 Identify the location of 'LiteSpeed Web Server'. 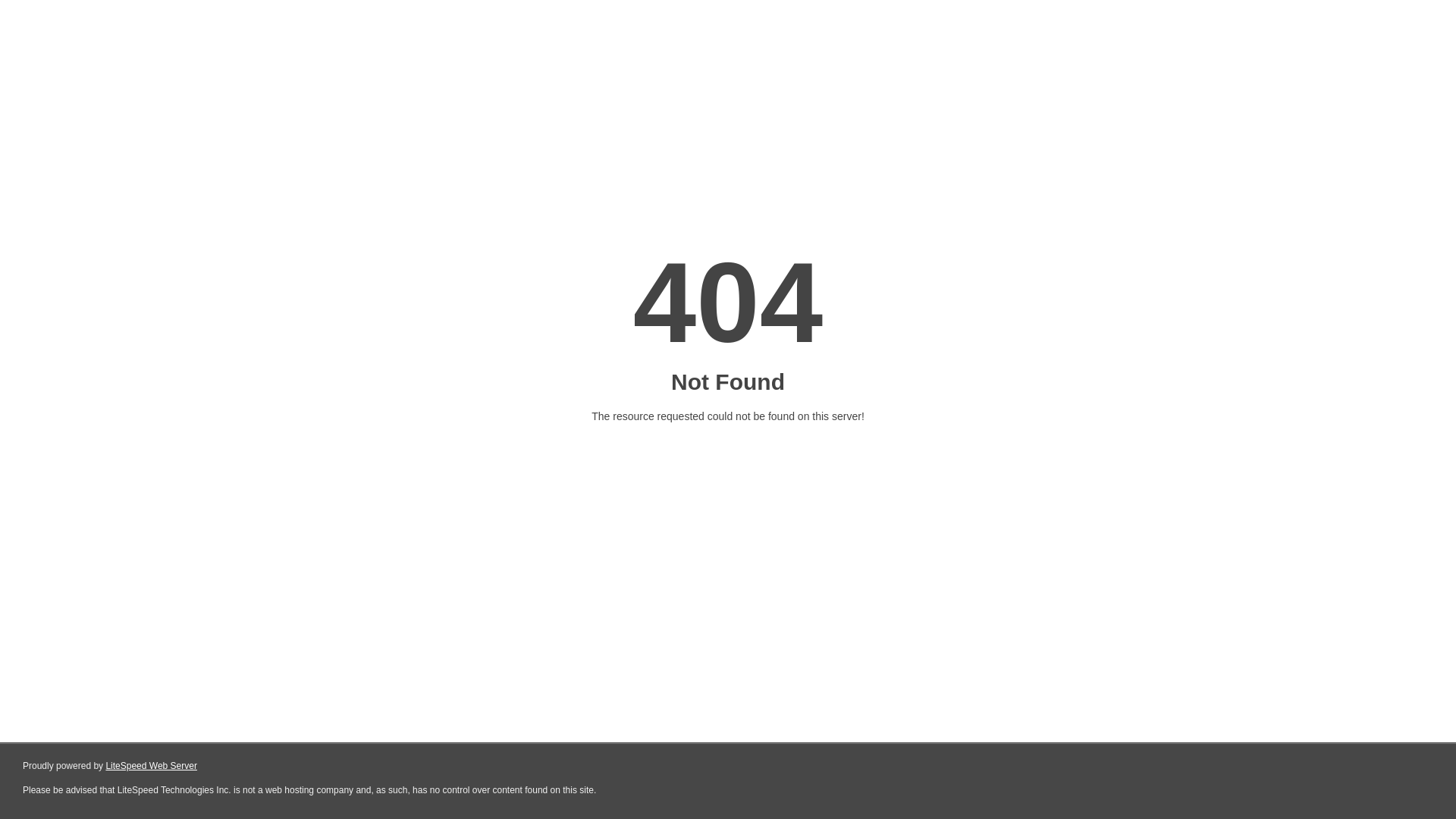
(151, 766).